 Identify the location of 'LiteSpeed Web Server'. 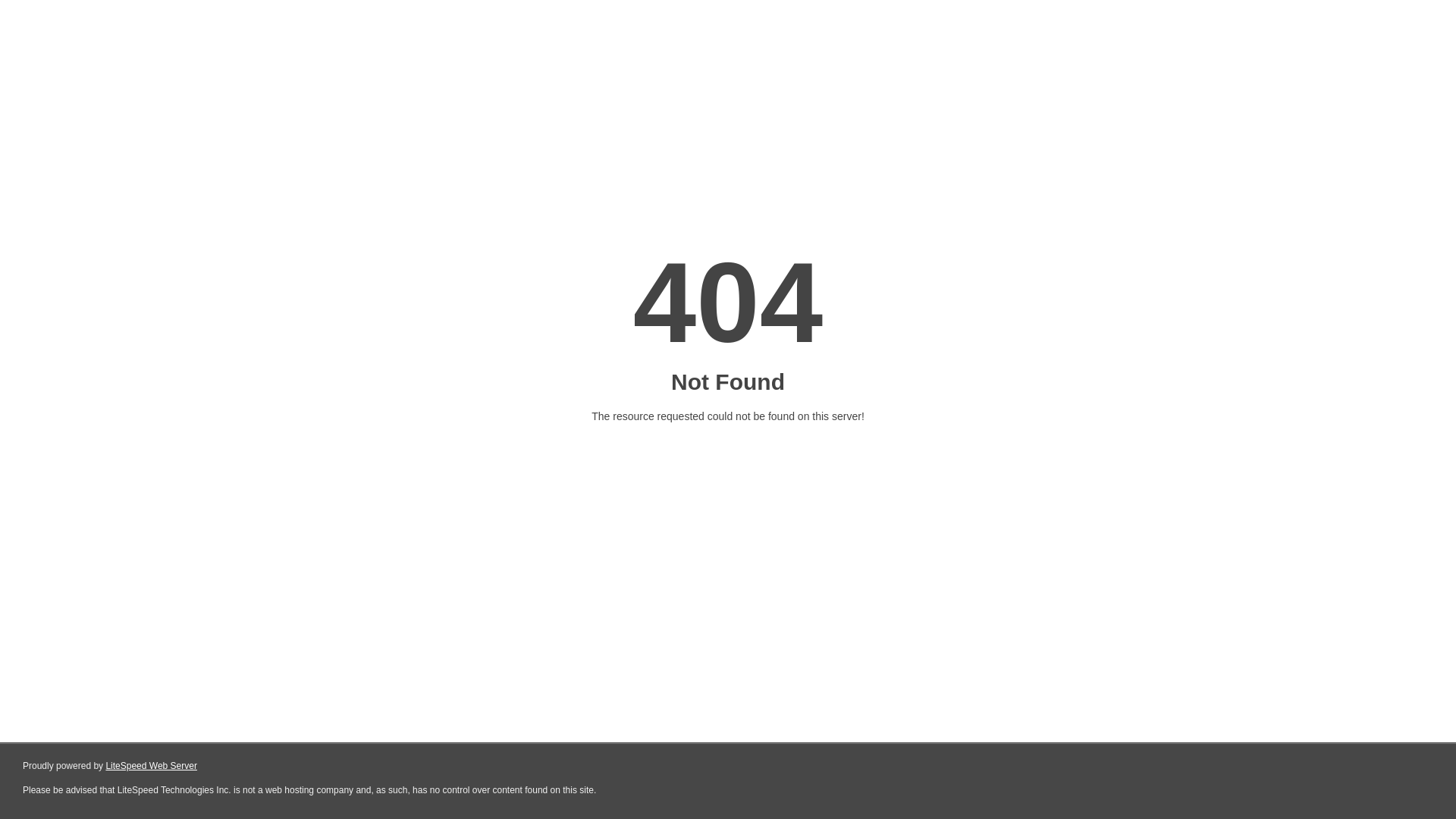
(151, 766).